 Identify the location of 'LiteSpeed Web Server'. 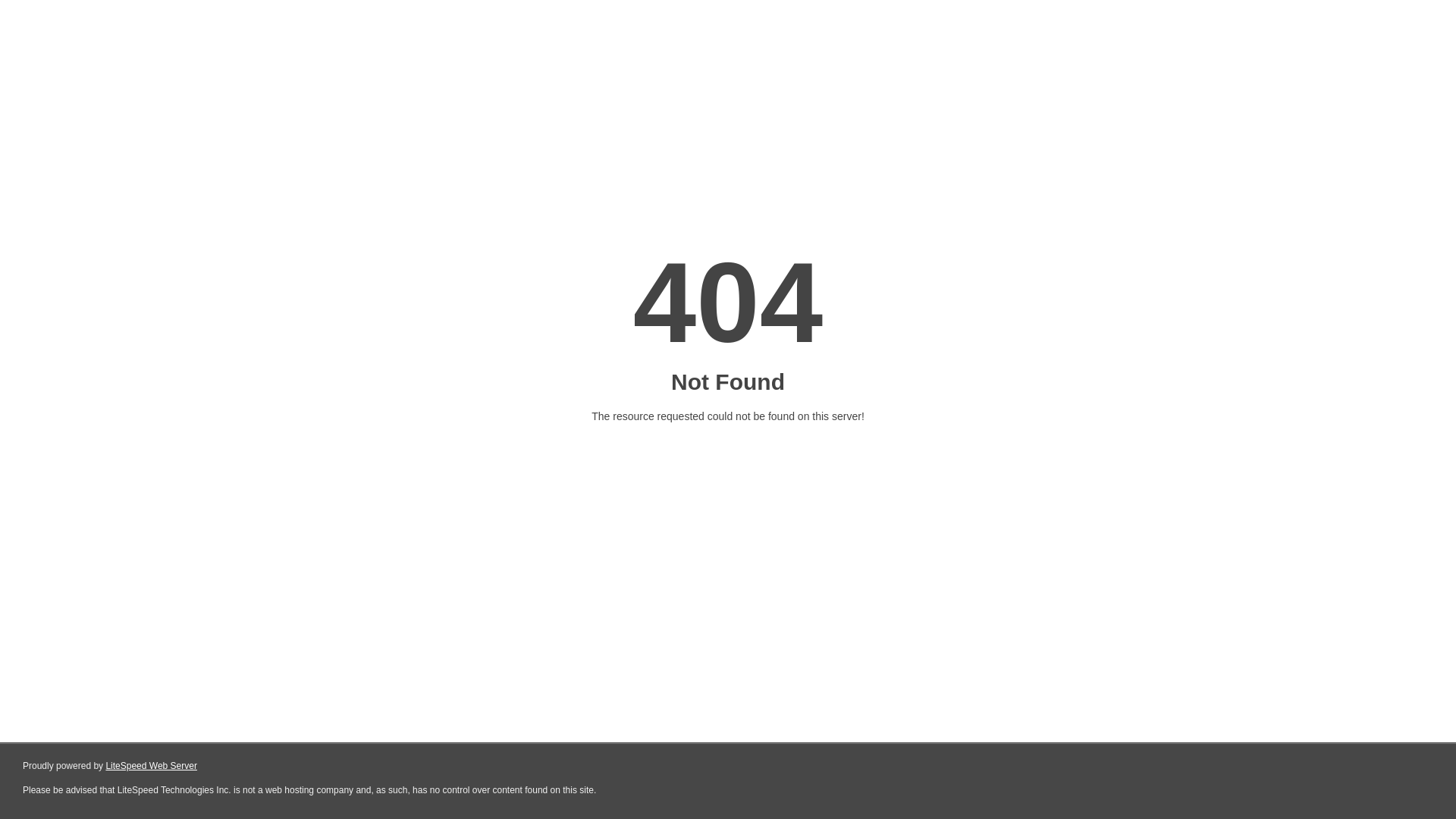
(151, 766).